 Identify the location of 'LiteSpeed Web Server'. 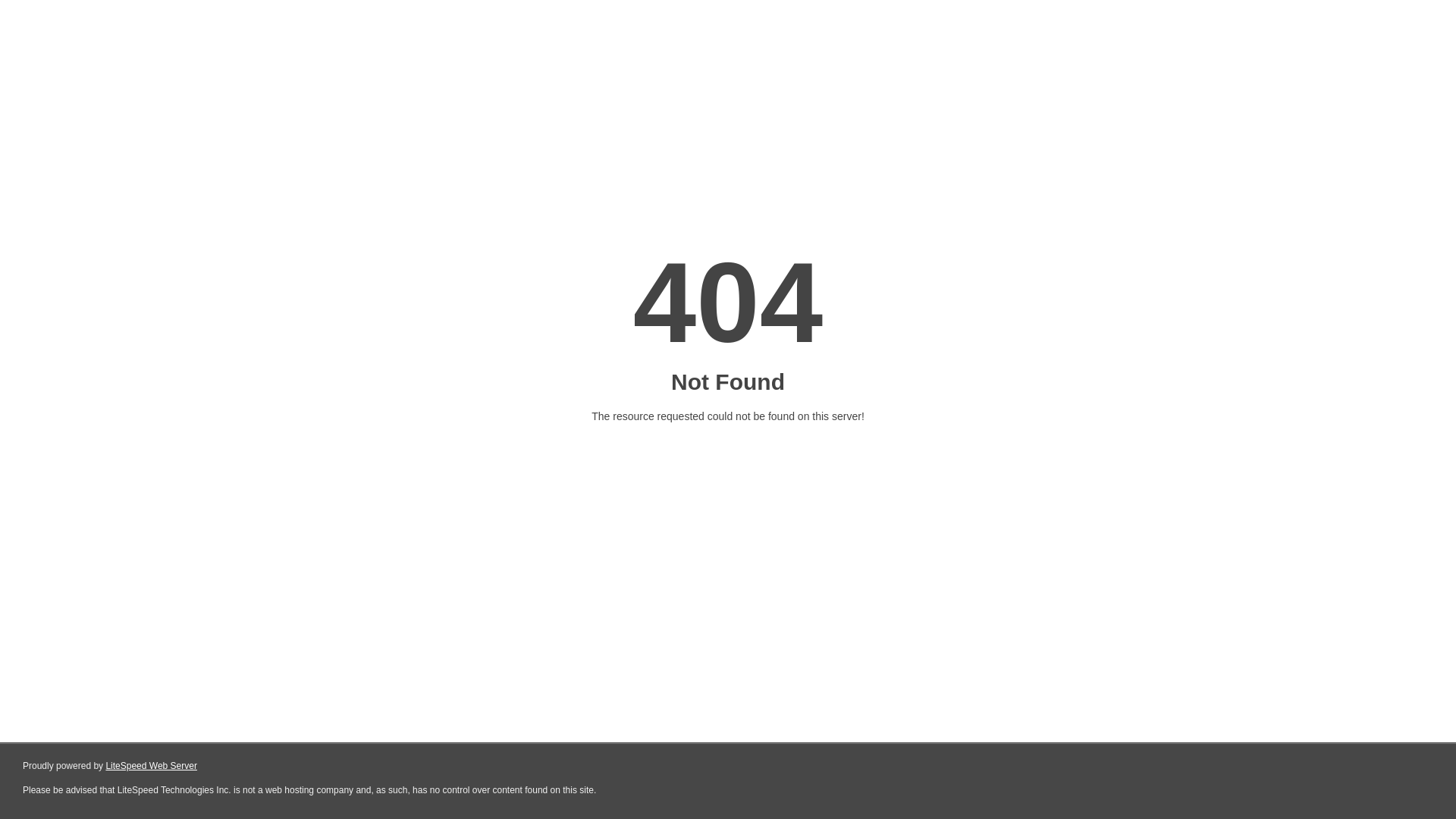
(151, 766).